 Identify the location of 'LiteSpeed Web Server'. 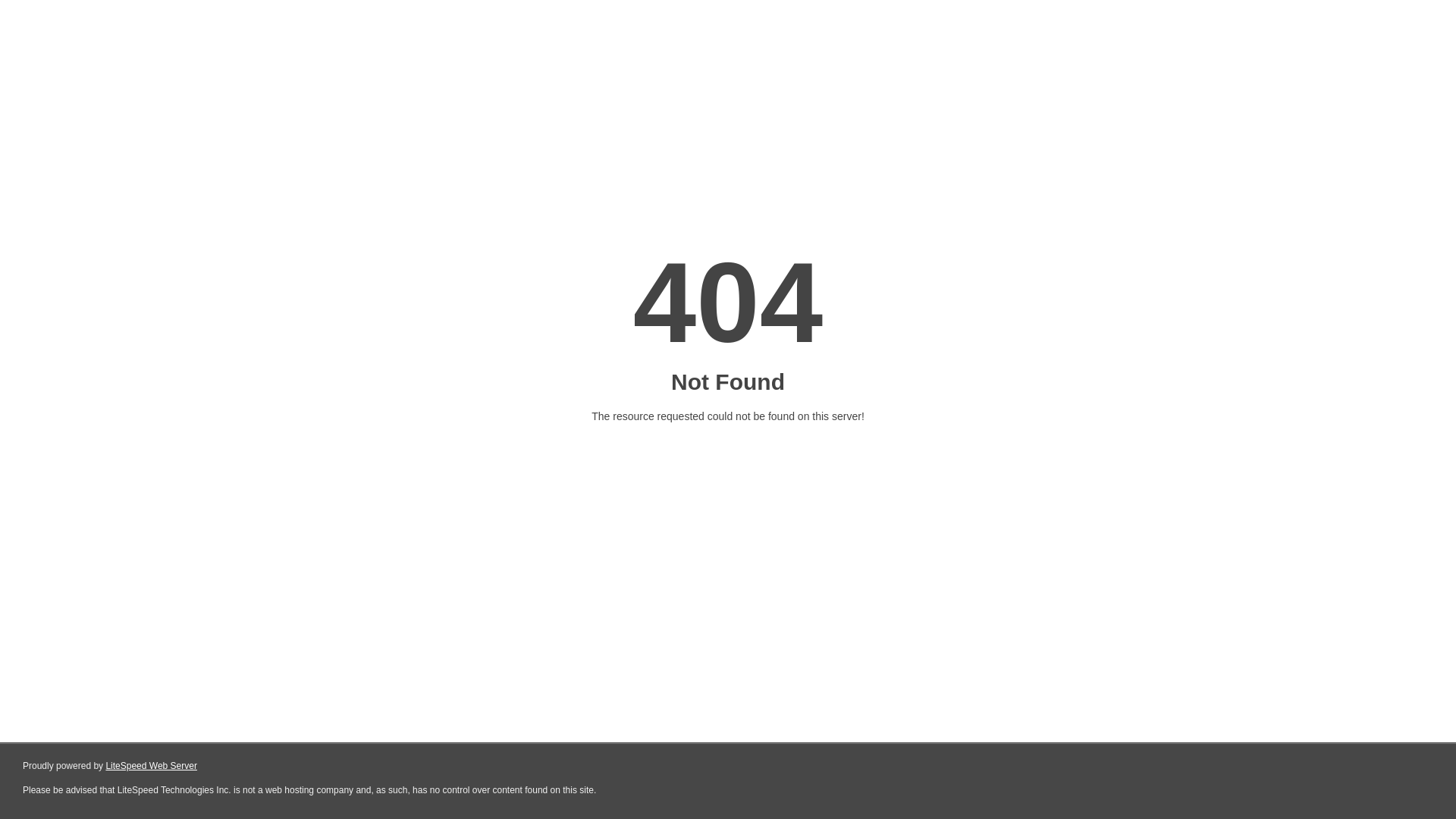
(151, 766).